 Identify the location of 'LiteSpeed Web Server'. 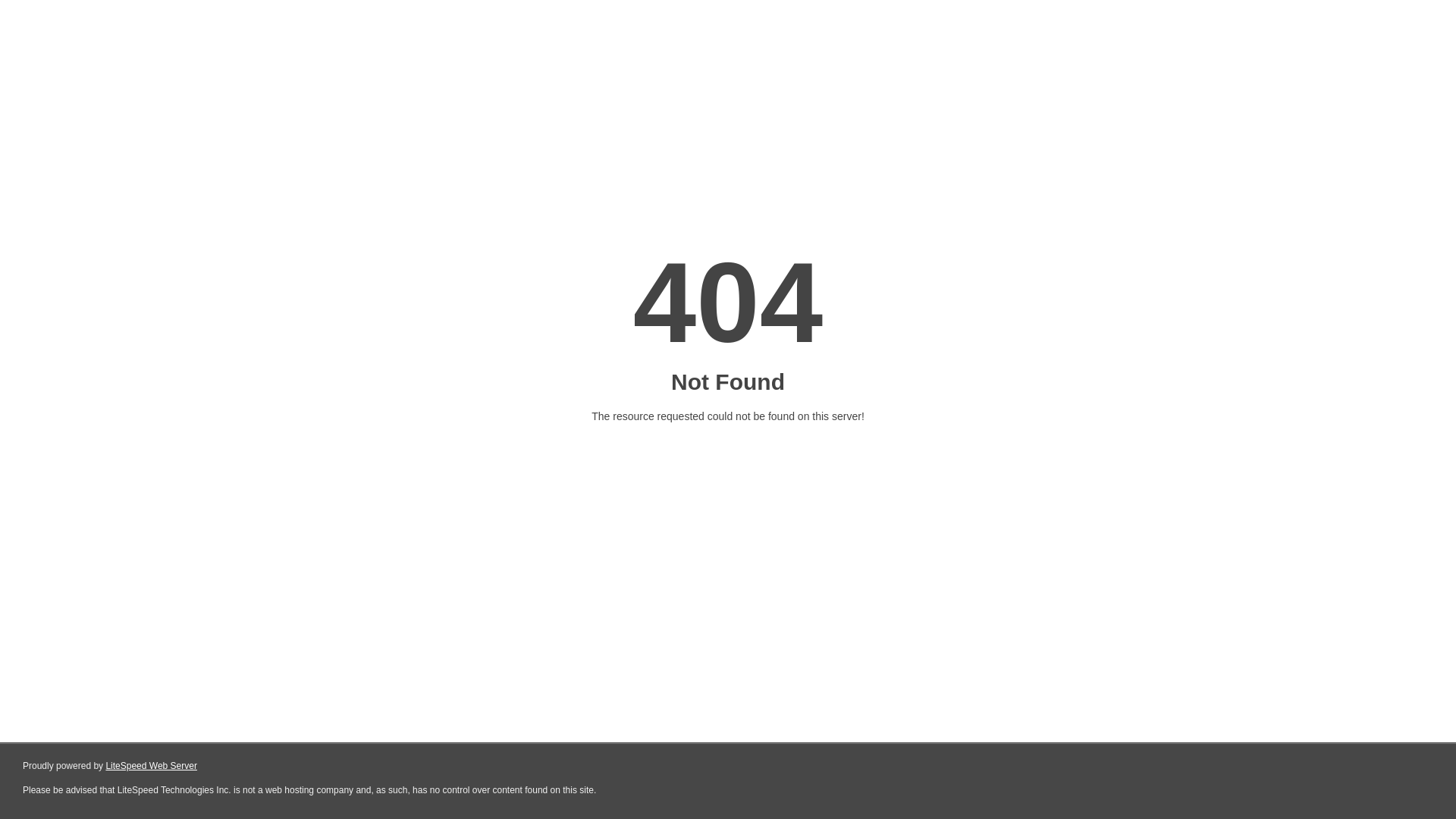
(151, 766).